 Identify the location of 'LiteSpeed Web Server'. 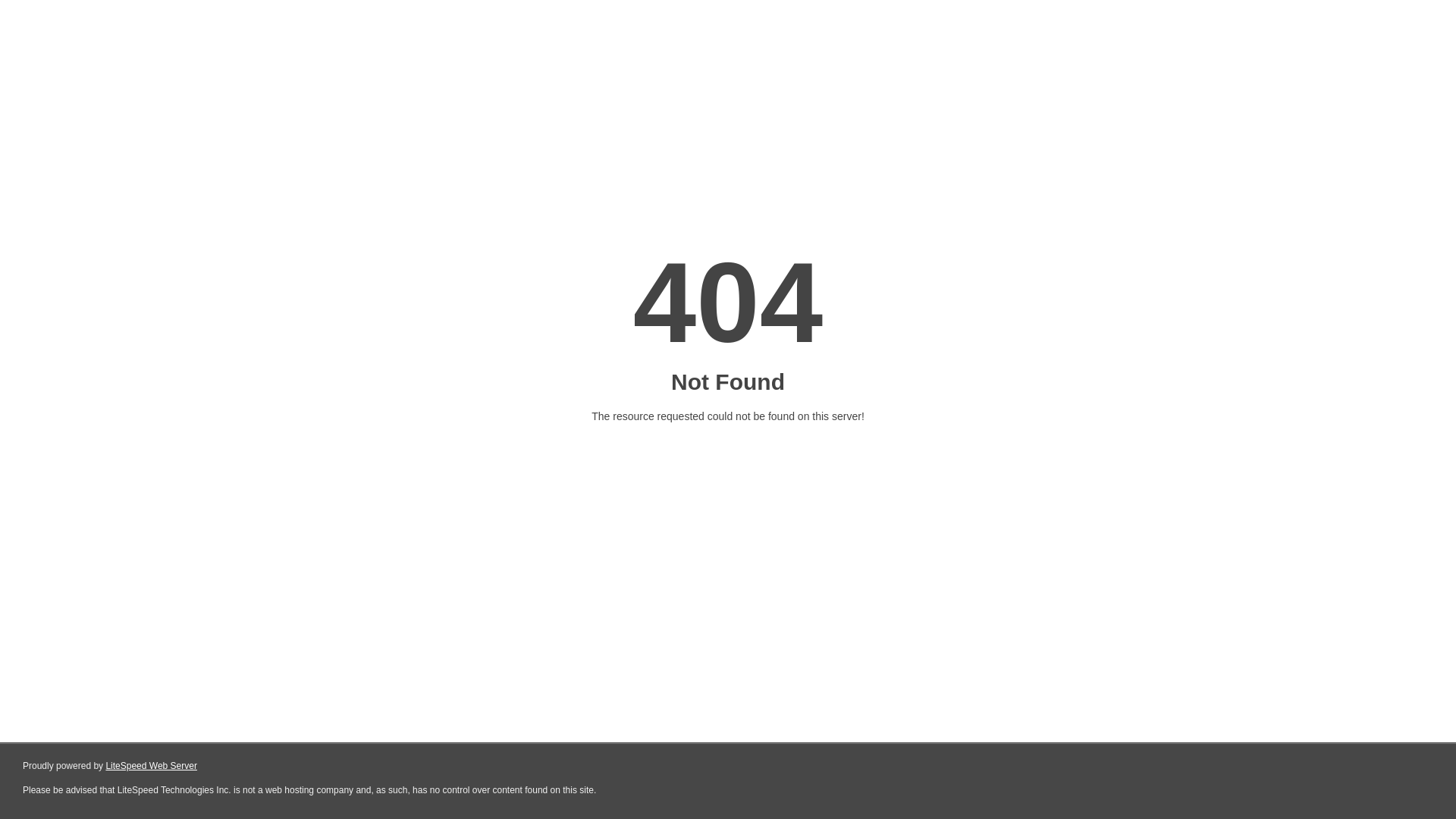
(151, 766).